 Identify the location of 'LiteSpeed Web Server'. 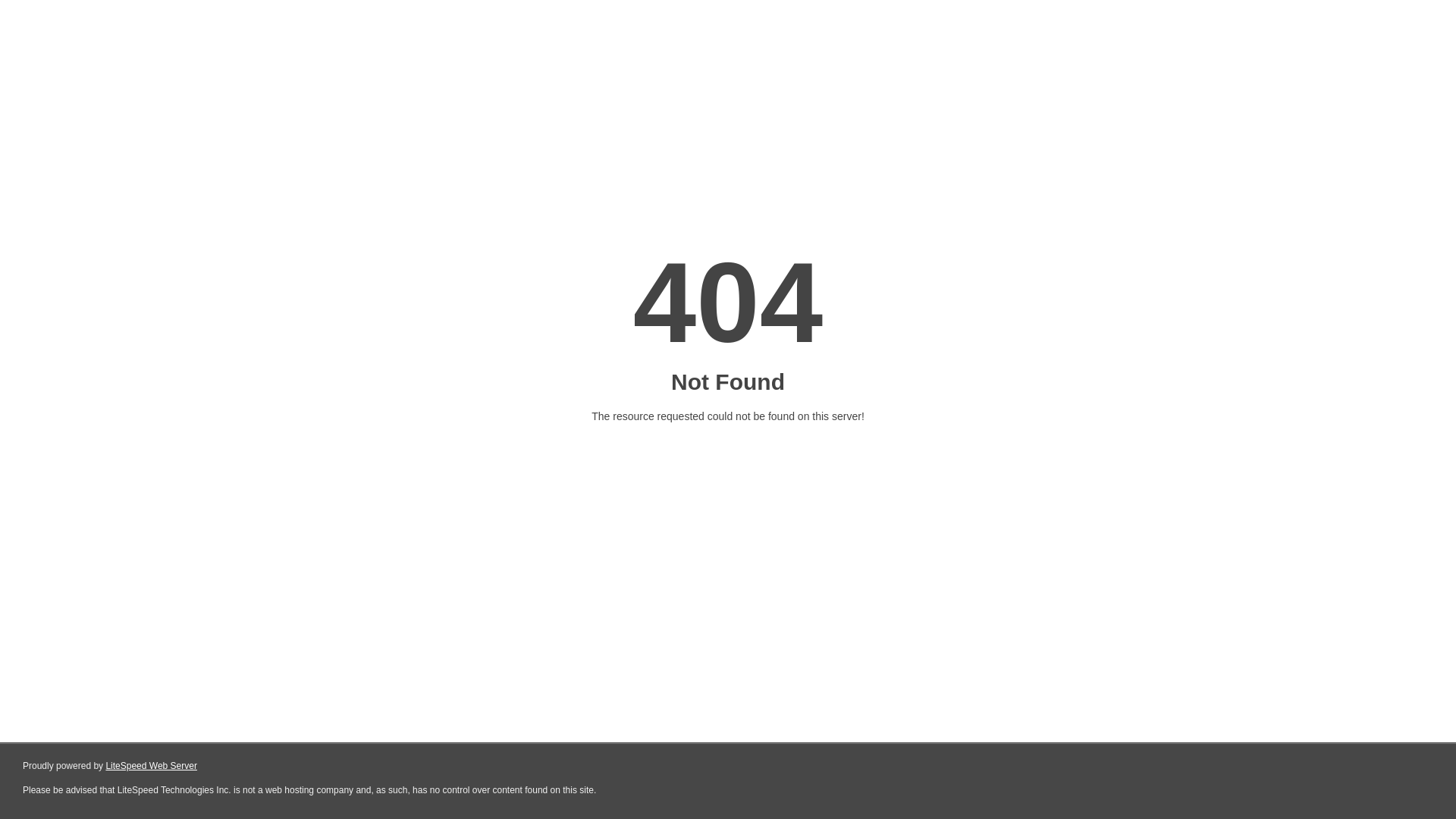
(151, 766).